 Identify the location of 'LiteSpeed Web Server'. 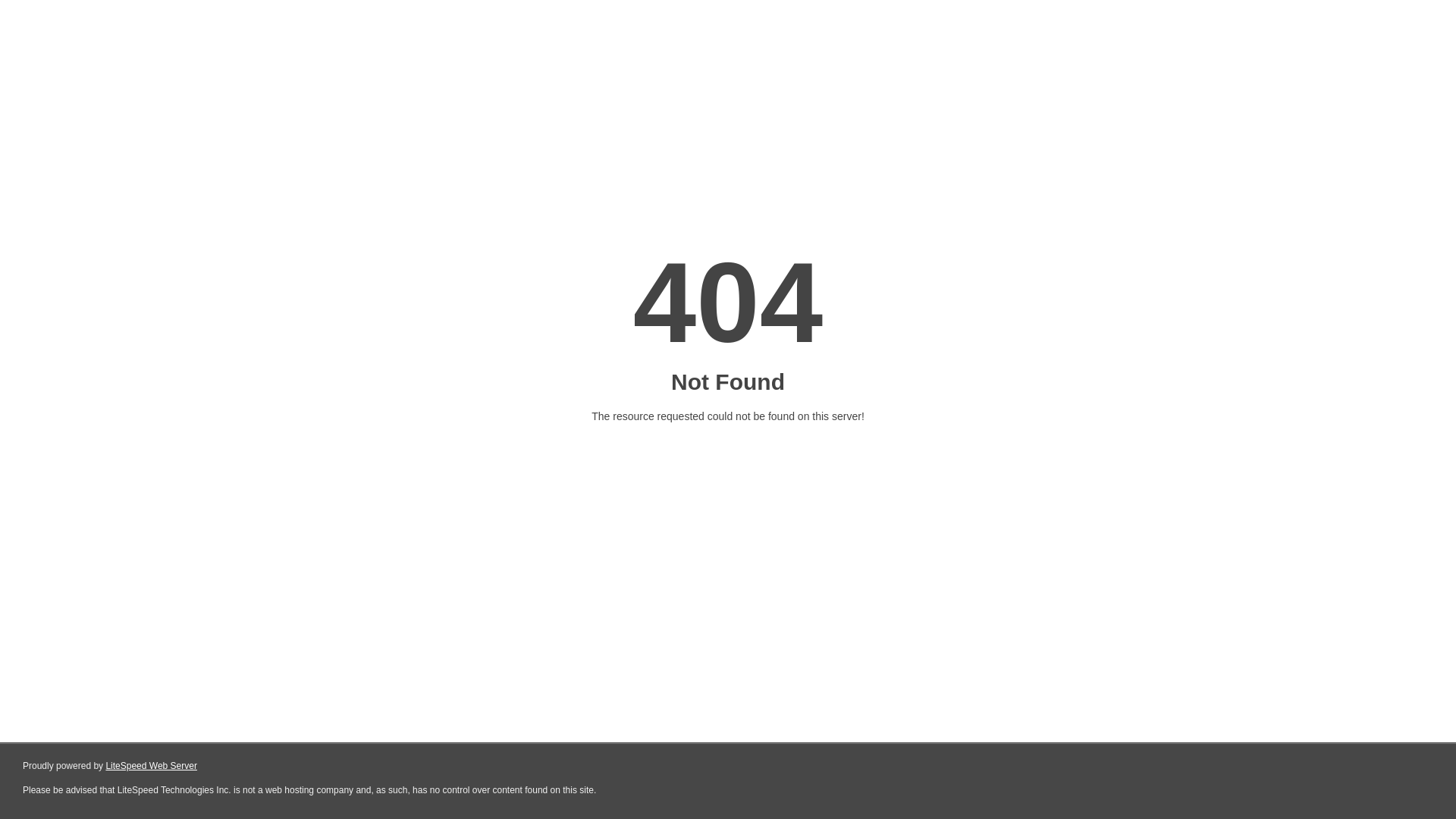
(151, 766).